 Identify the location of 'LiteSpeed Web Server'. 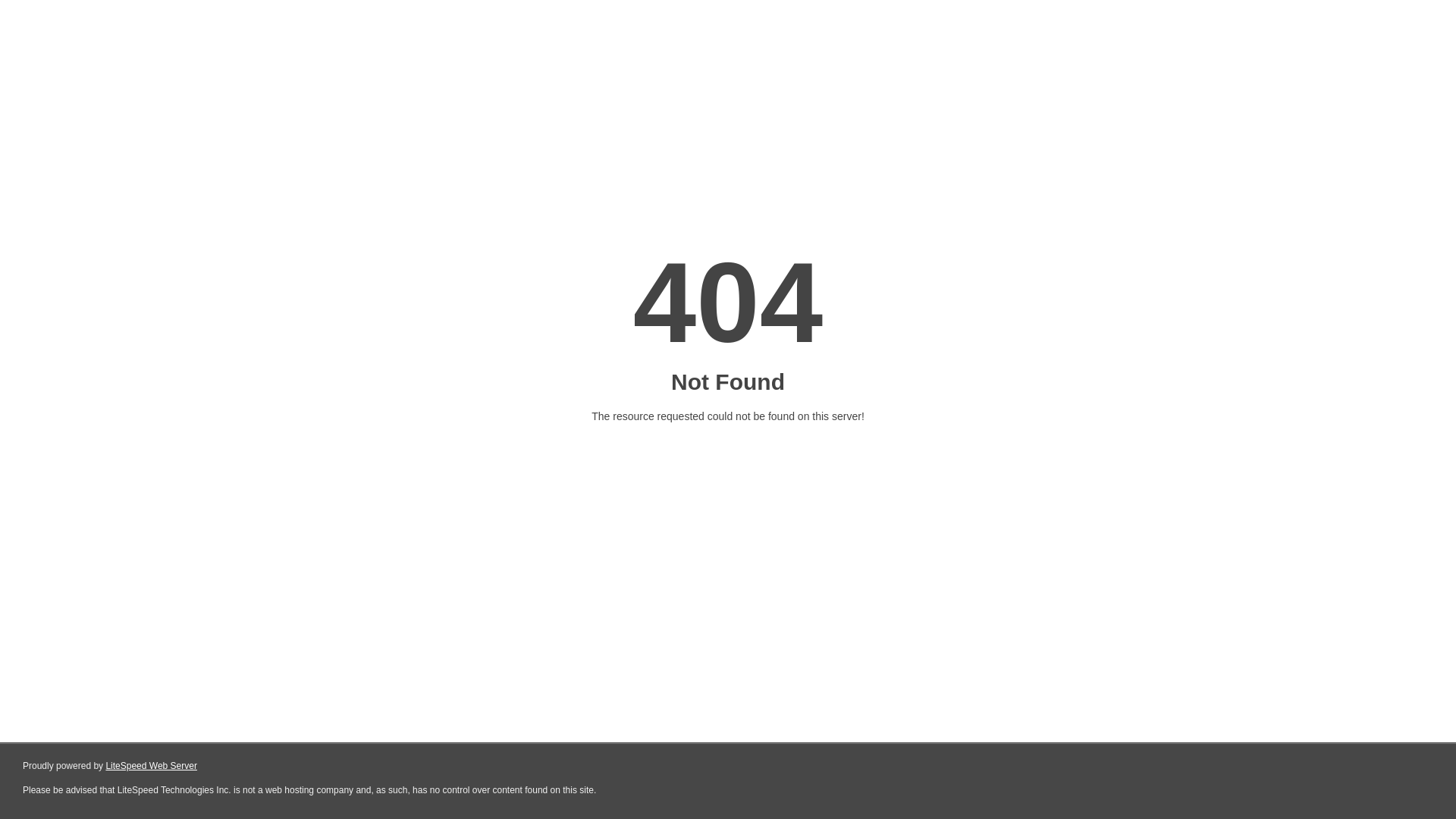
(151, 766).